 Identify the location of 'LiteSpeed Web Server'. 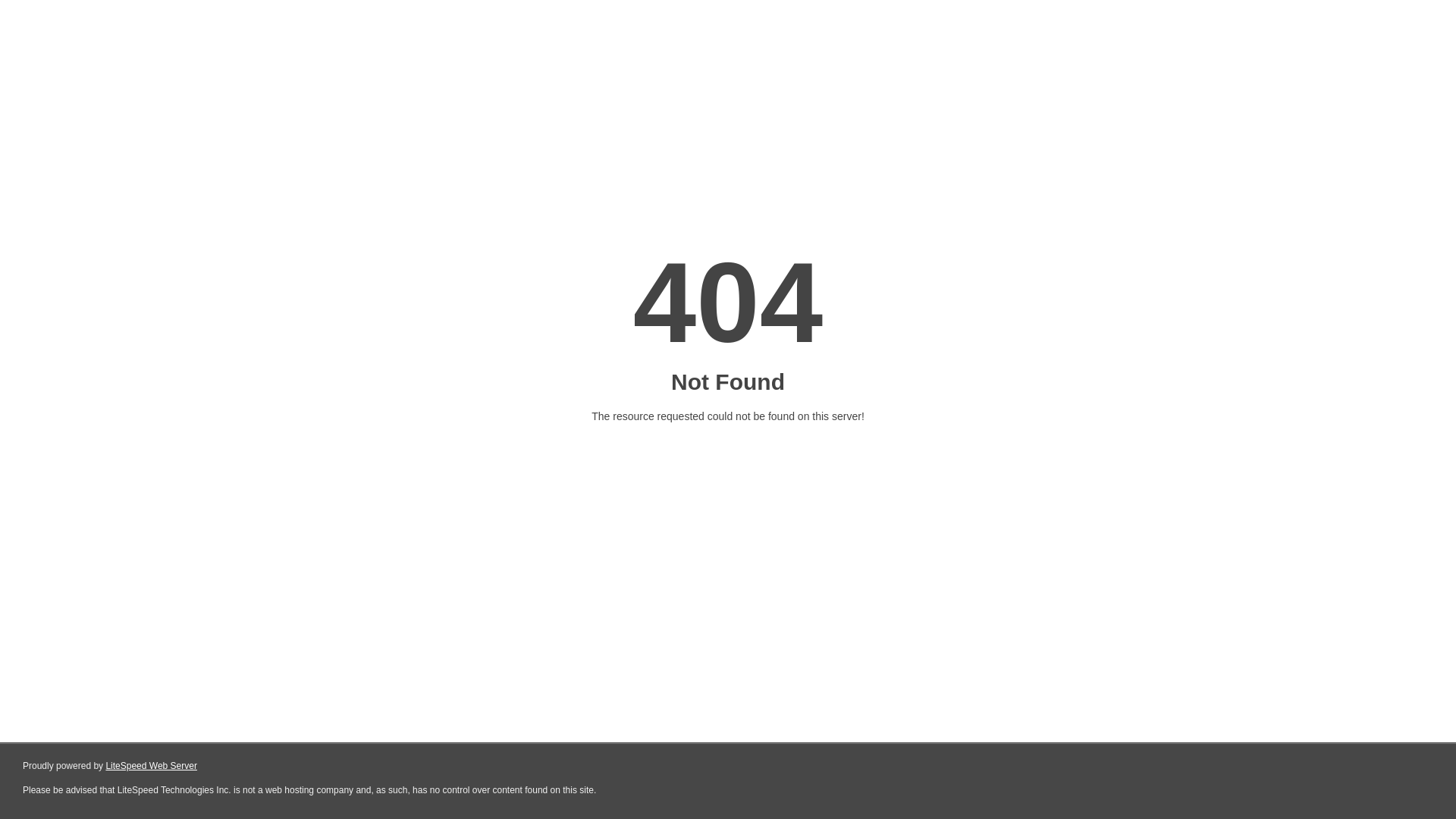
(151, 766).